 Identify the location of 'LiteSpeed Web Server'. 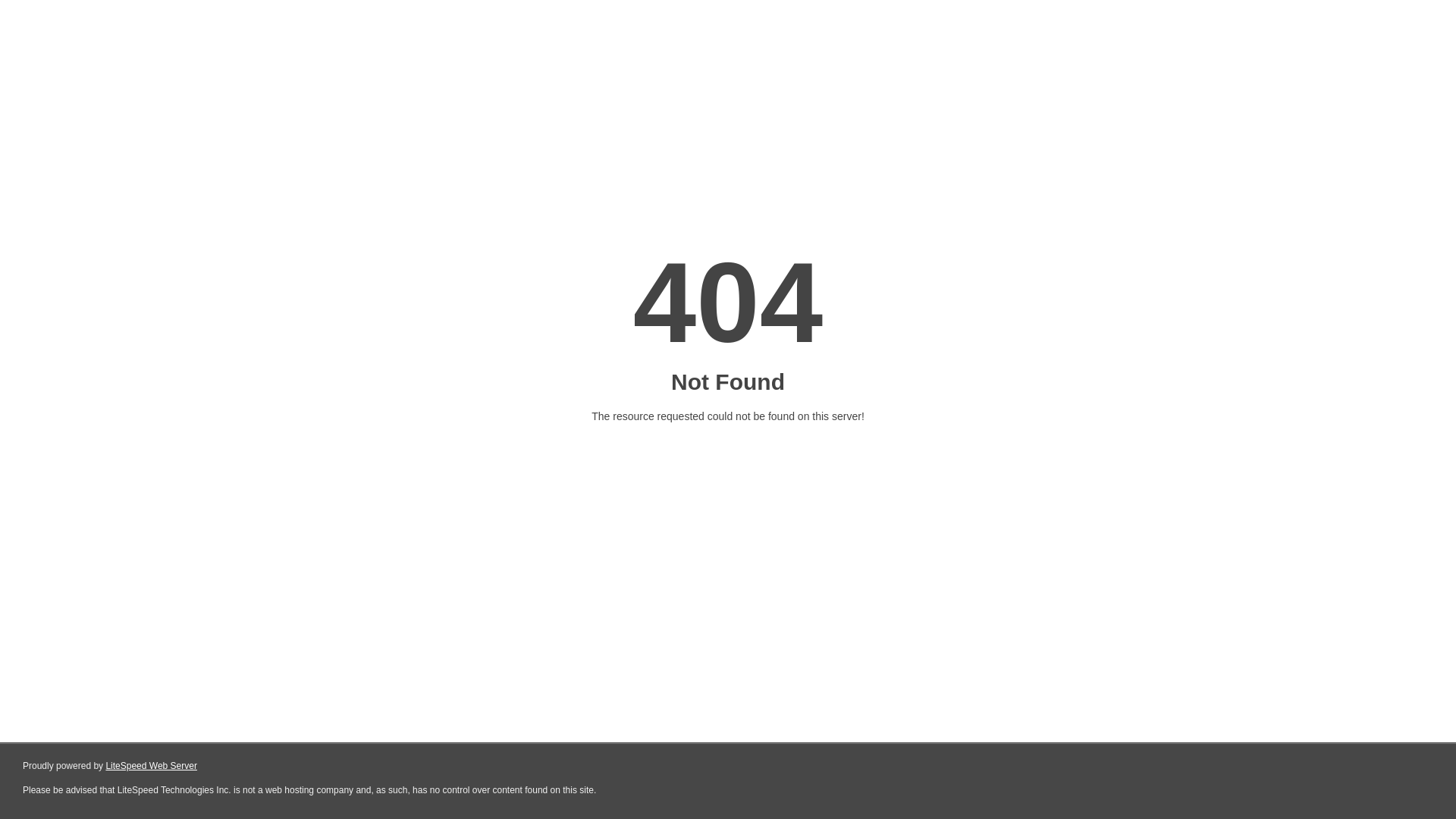
(151, 766).